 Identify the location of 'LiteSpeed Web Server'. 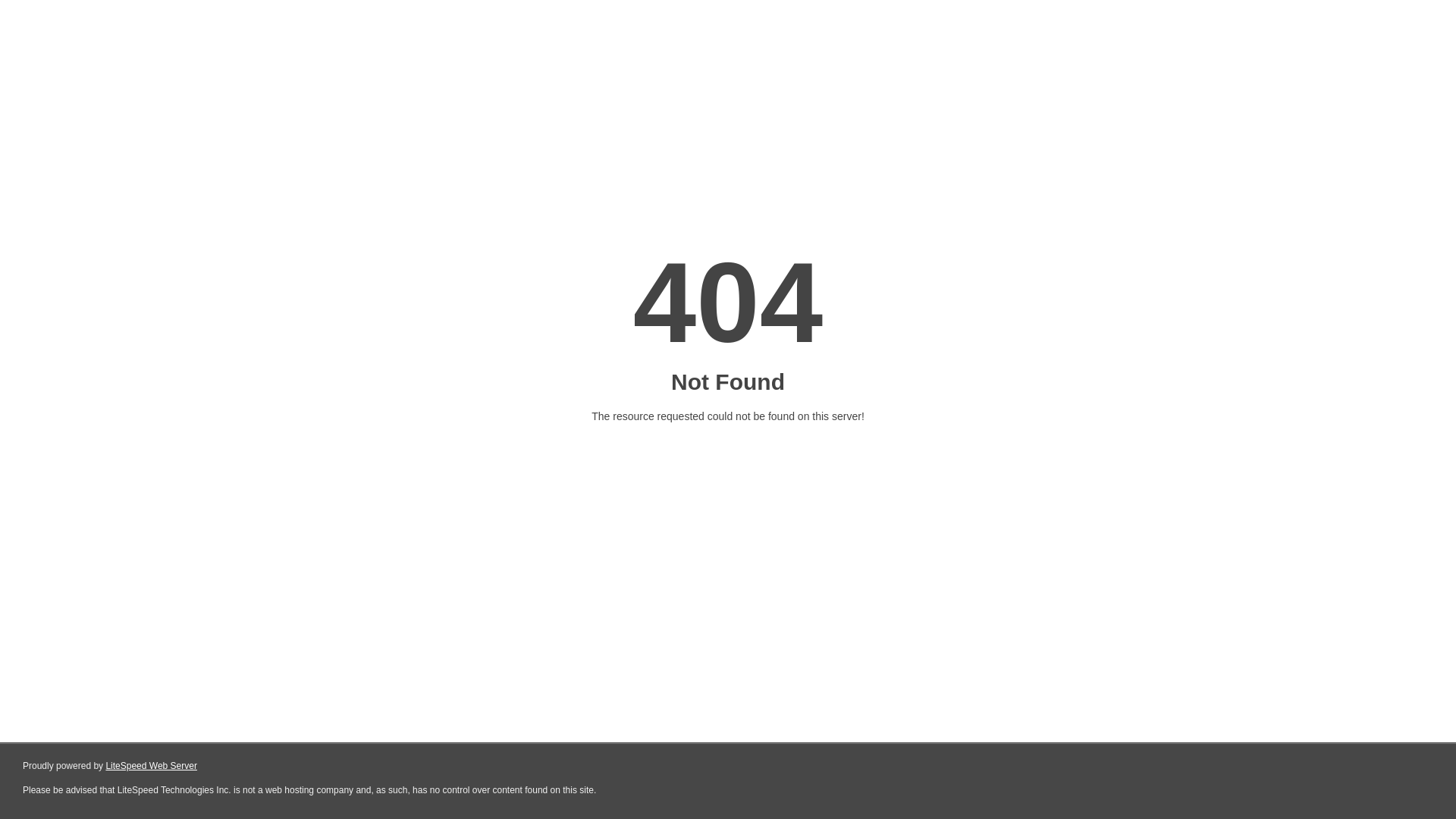
(151, 766).